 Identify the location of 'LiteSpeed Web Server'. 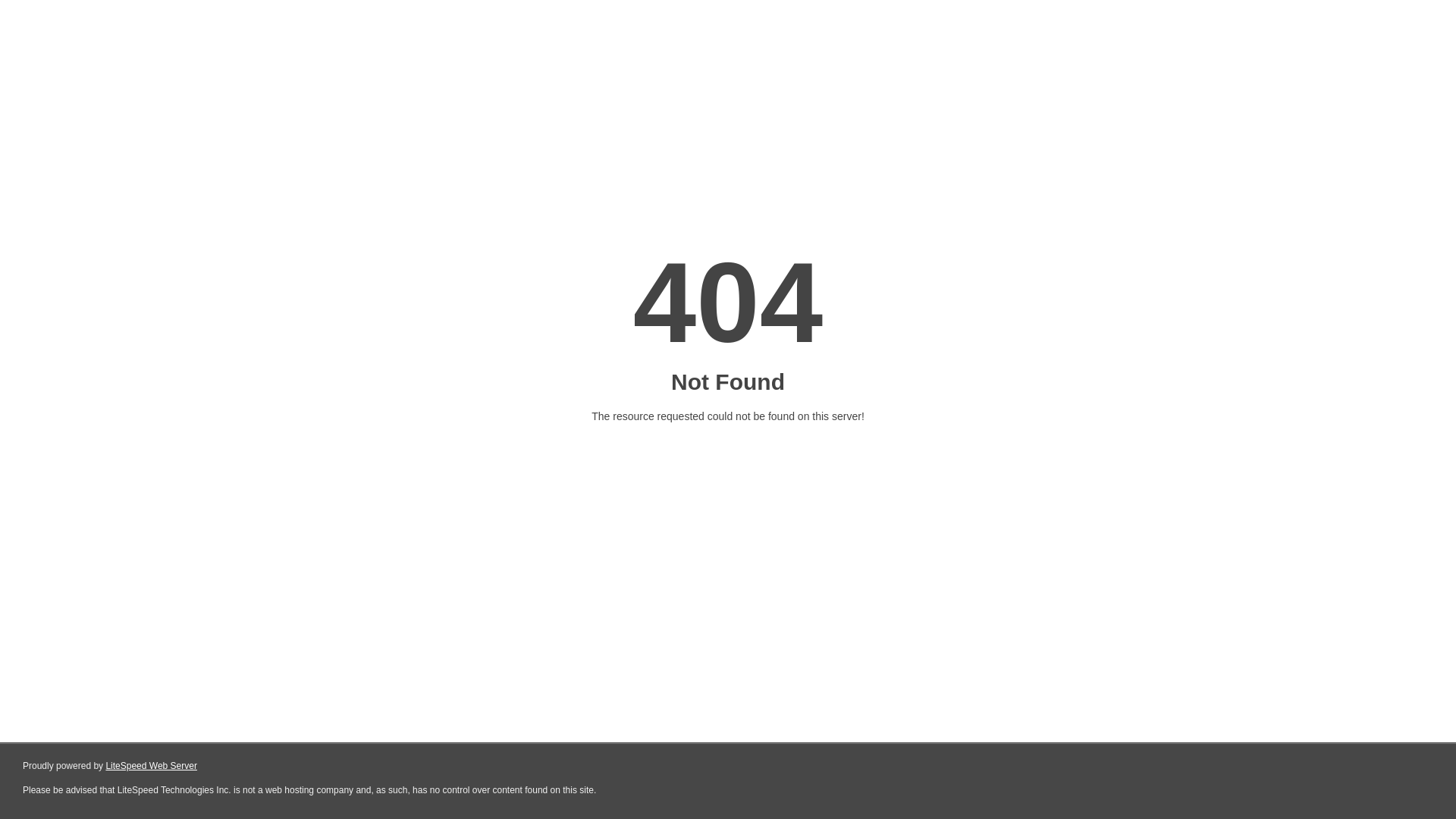
(151, 766).